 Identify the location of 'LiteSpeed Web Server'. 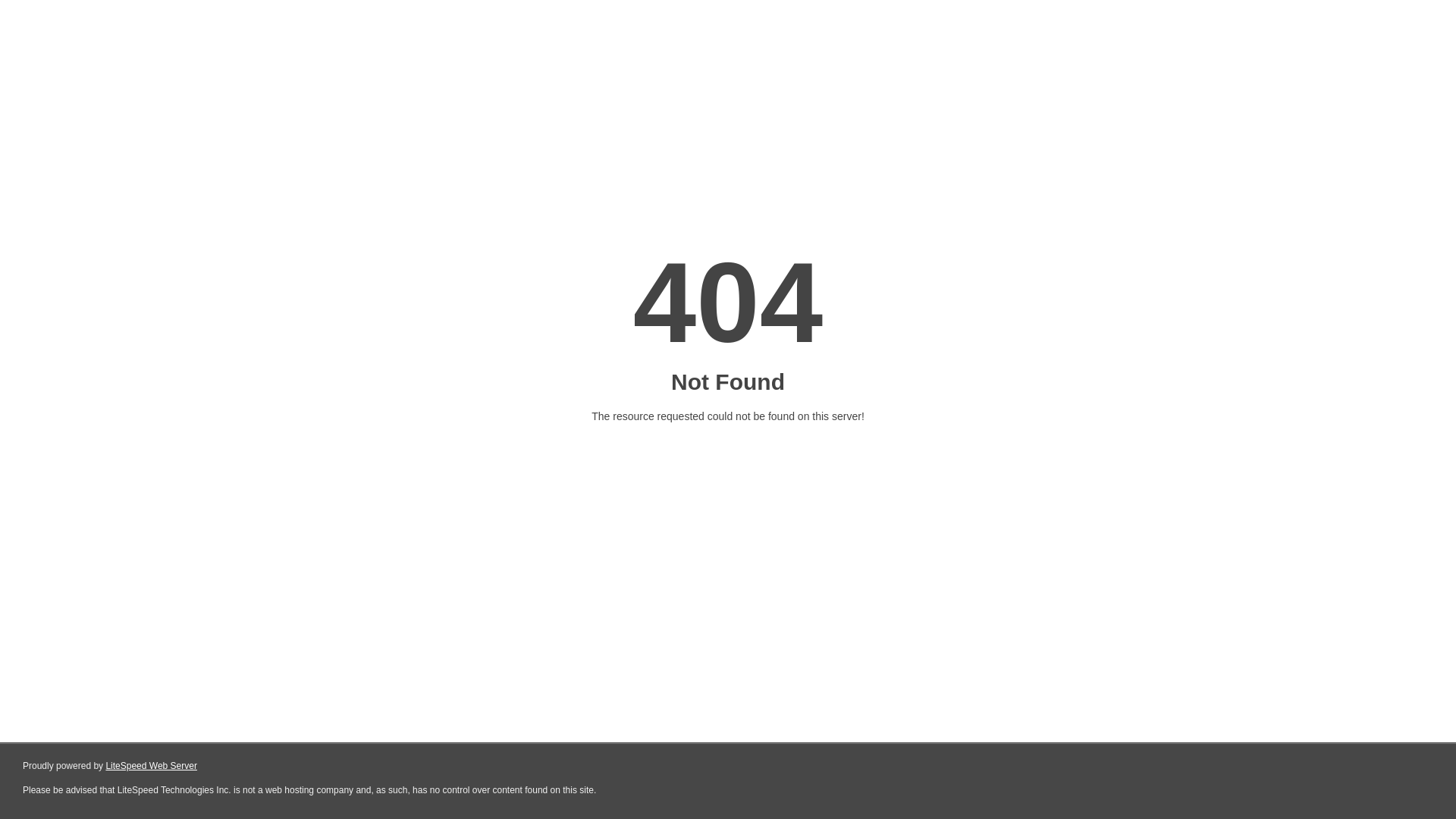
(151, 766).